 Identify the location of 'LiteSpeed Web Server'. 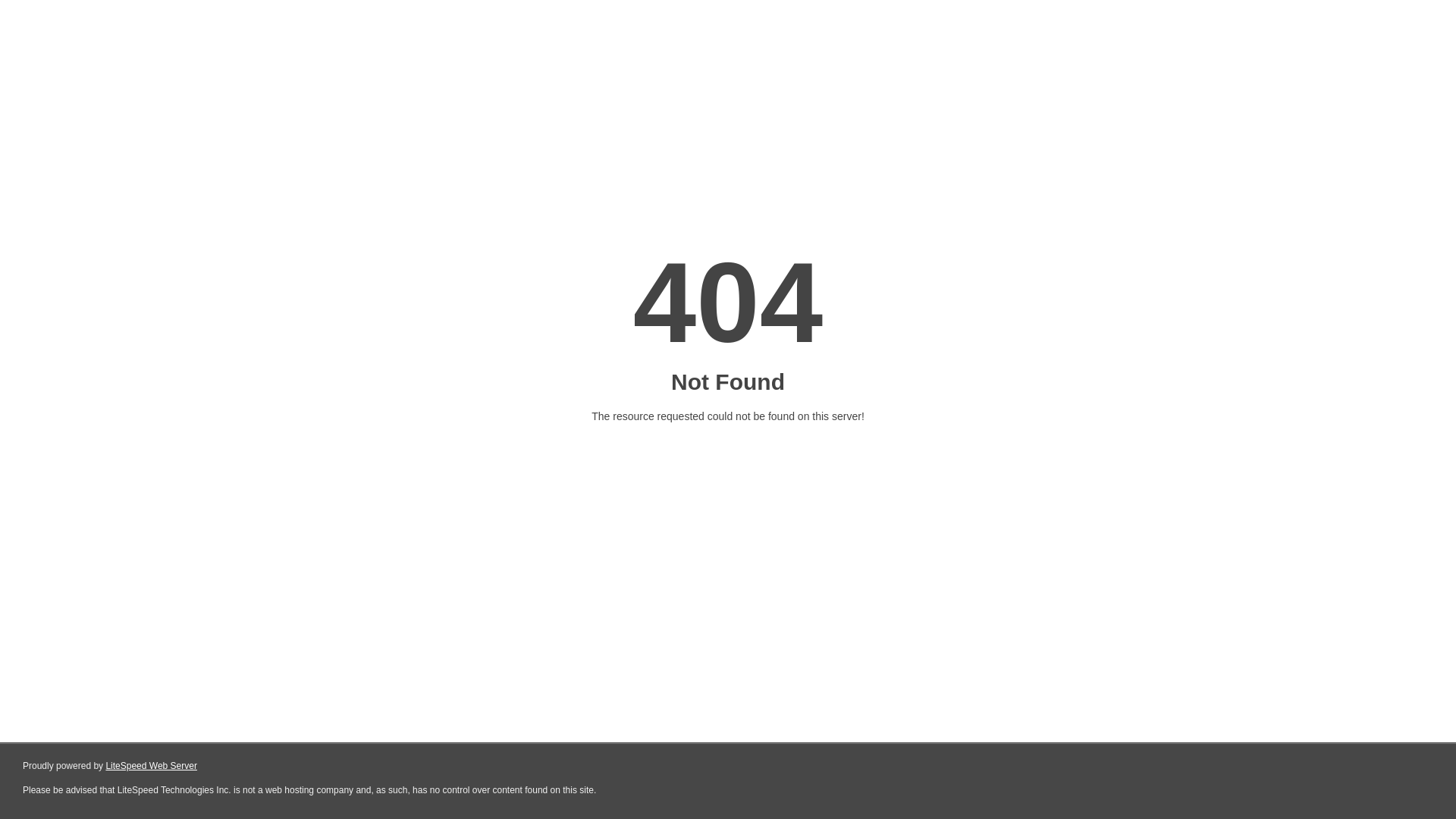
(151, 766).